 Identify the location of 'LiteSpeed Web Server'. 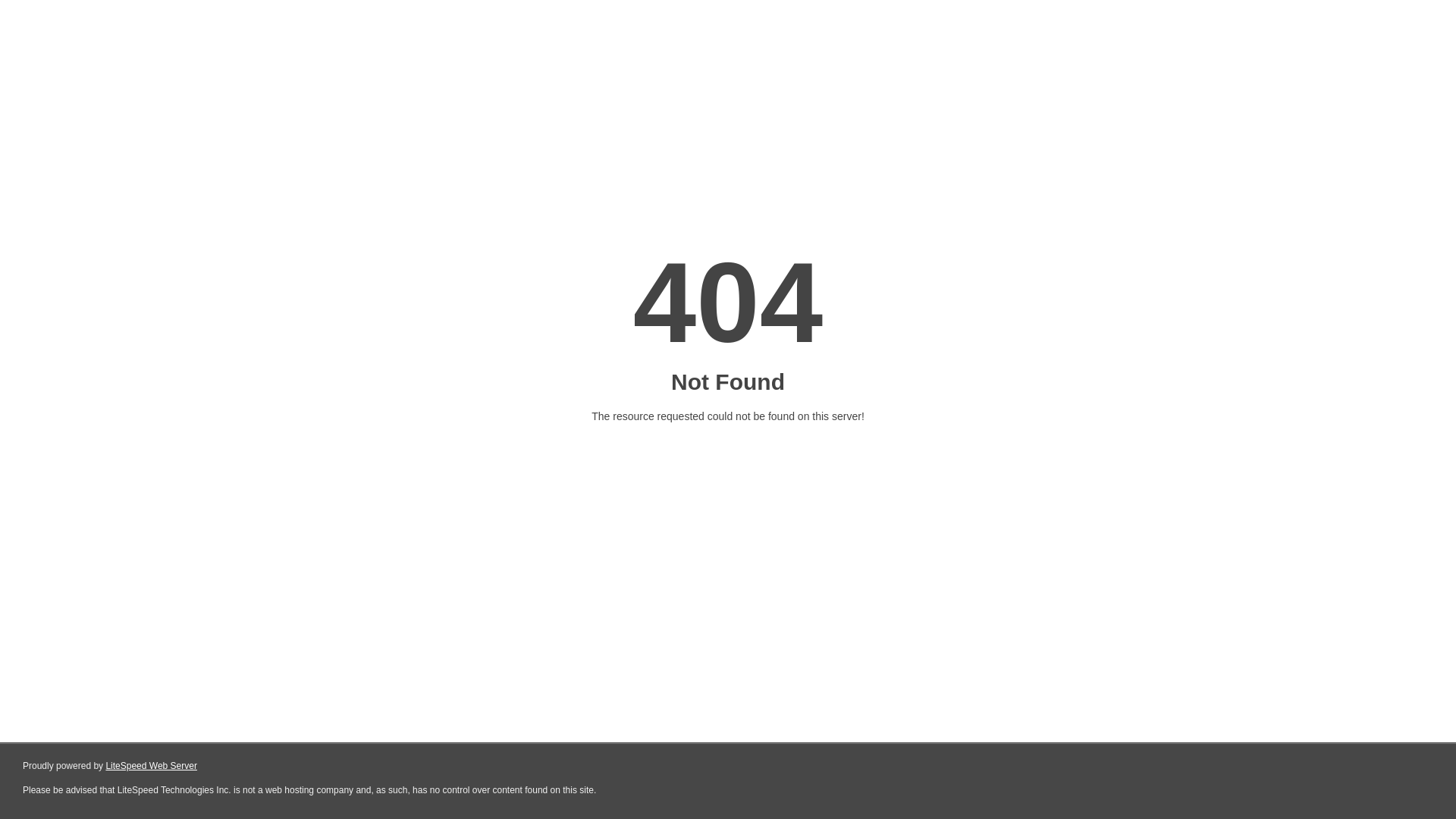
(151, 766).